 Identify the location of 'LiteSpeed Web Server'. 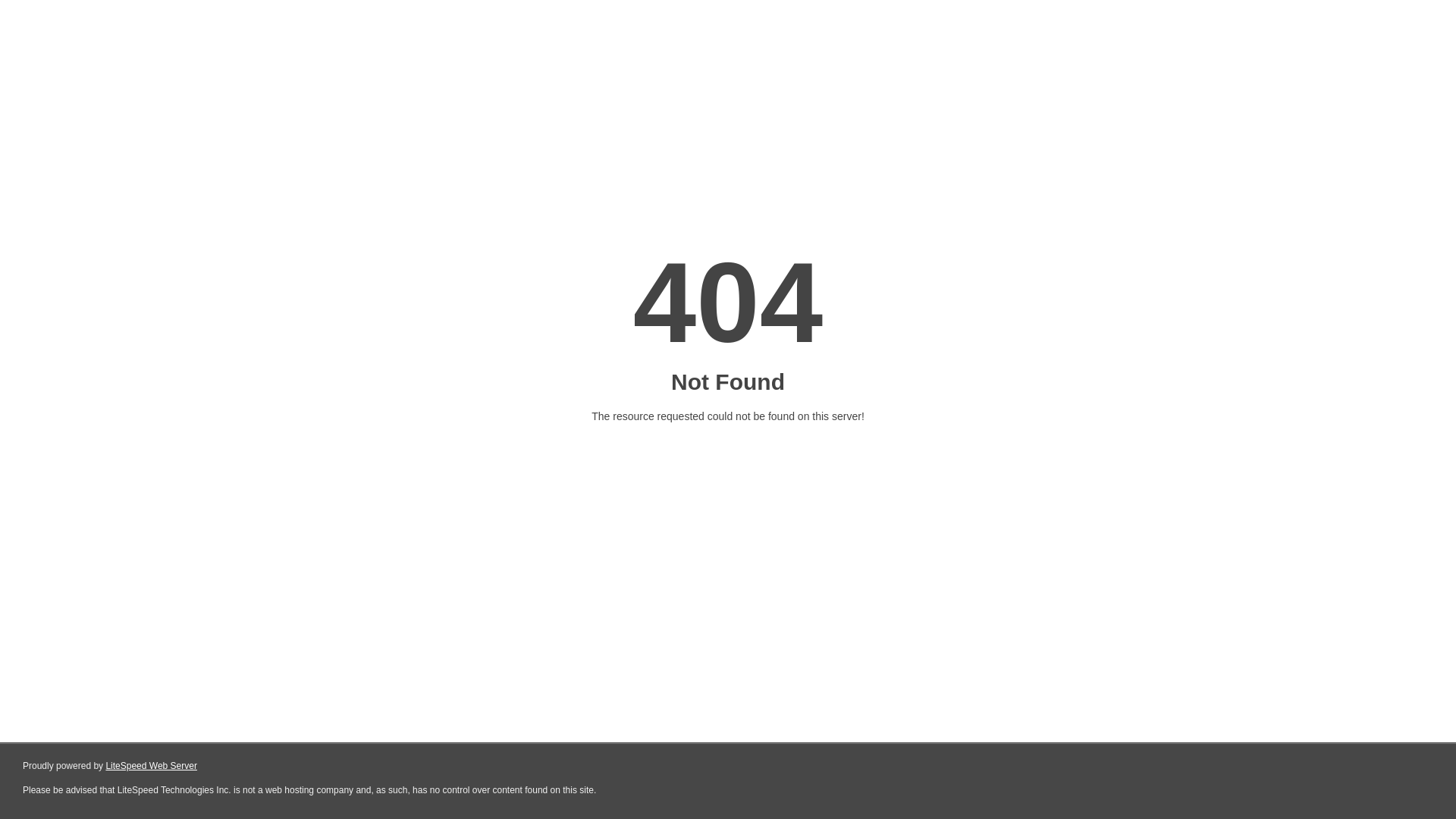
(151, 766).